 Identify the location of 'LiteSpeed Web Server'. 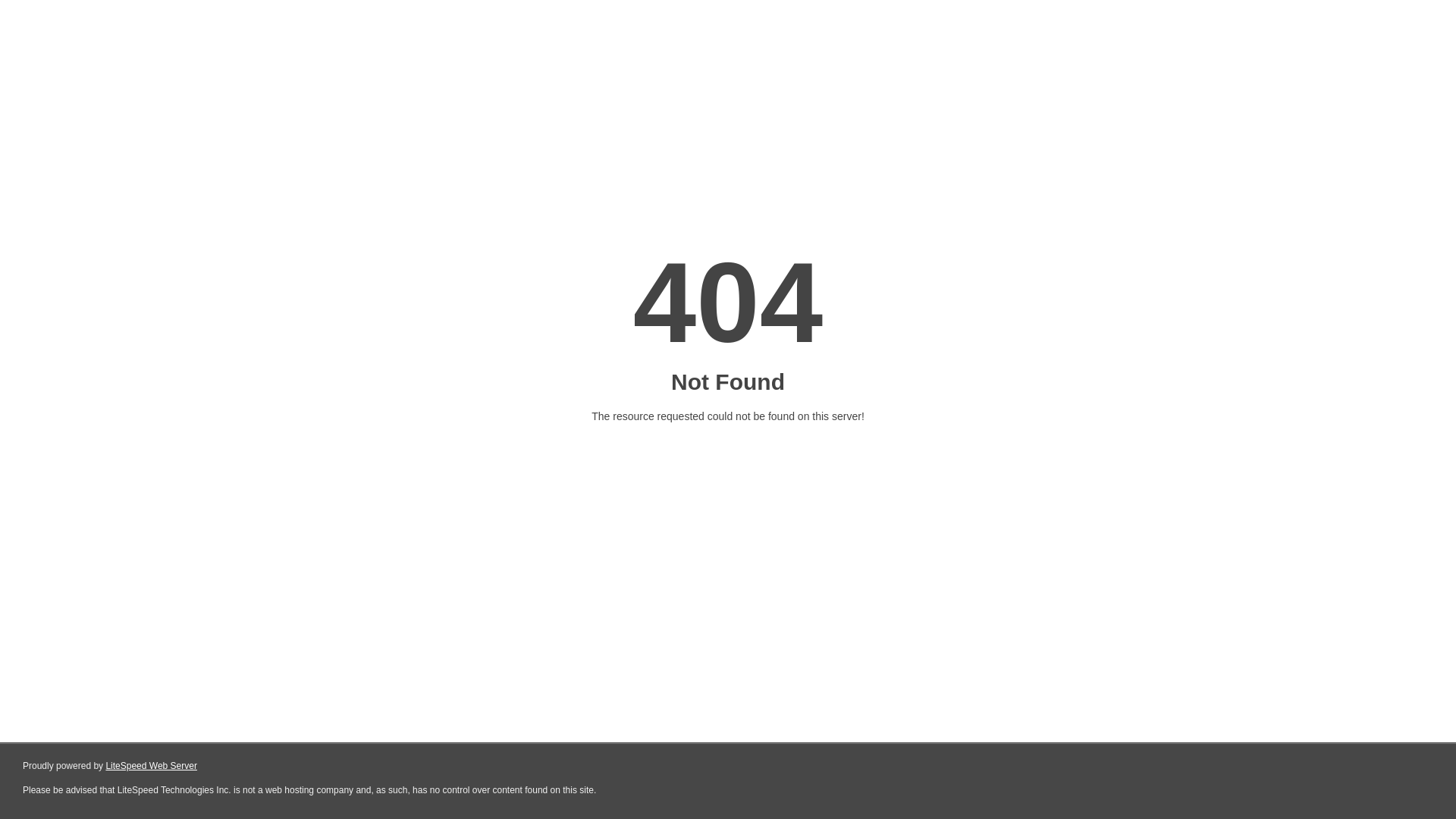
(151, 766).